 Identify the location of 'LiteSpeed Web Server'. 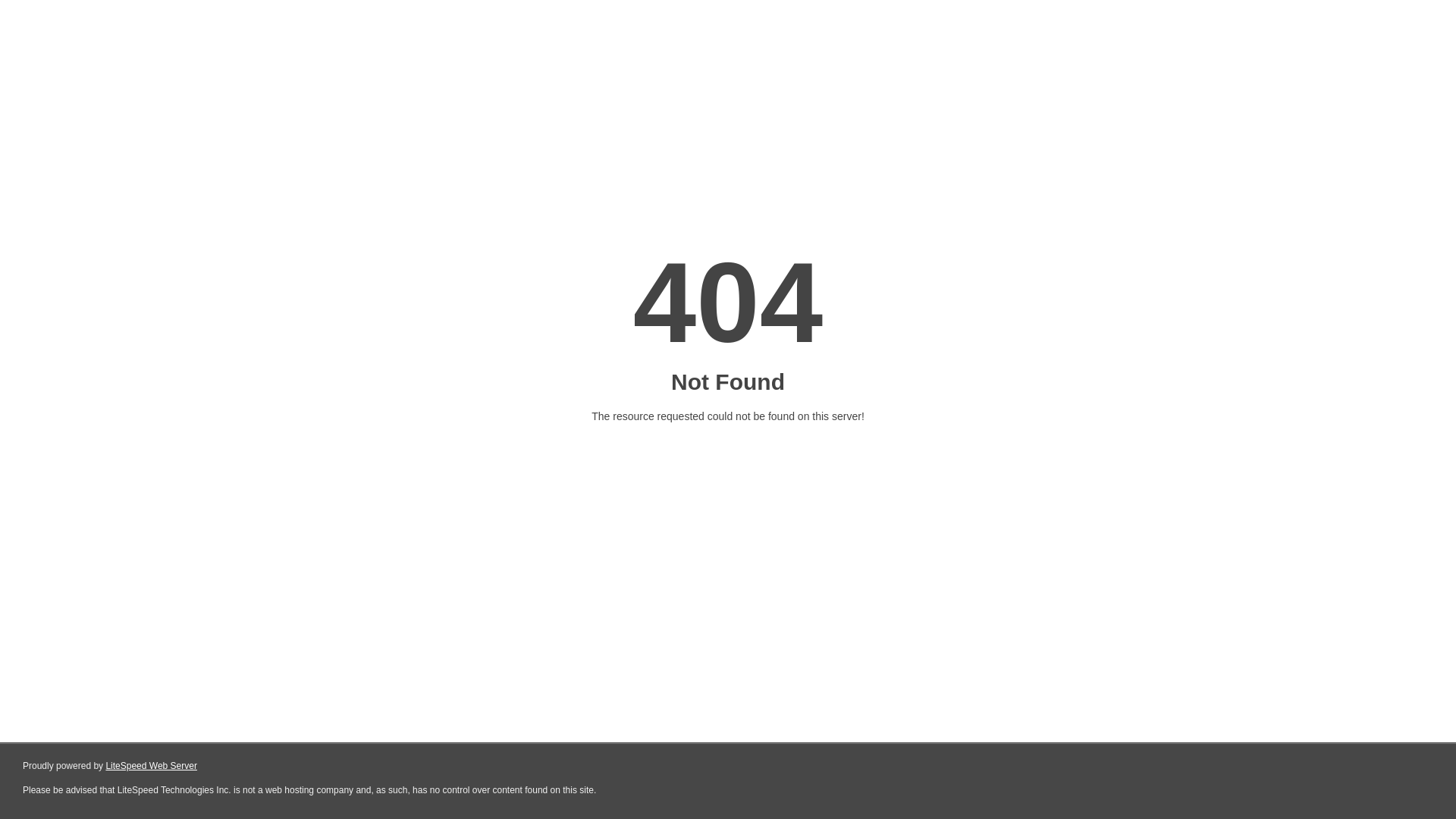
(151, 766).